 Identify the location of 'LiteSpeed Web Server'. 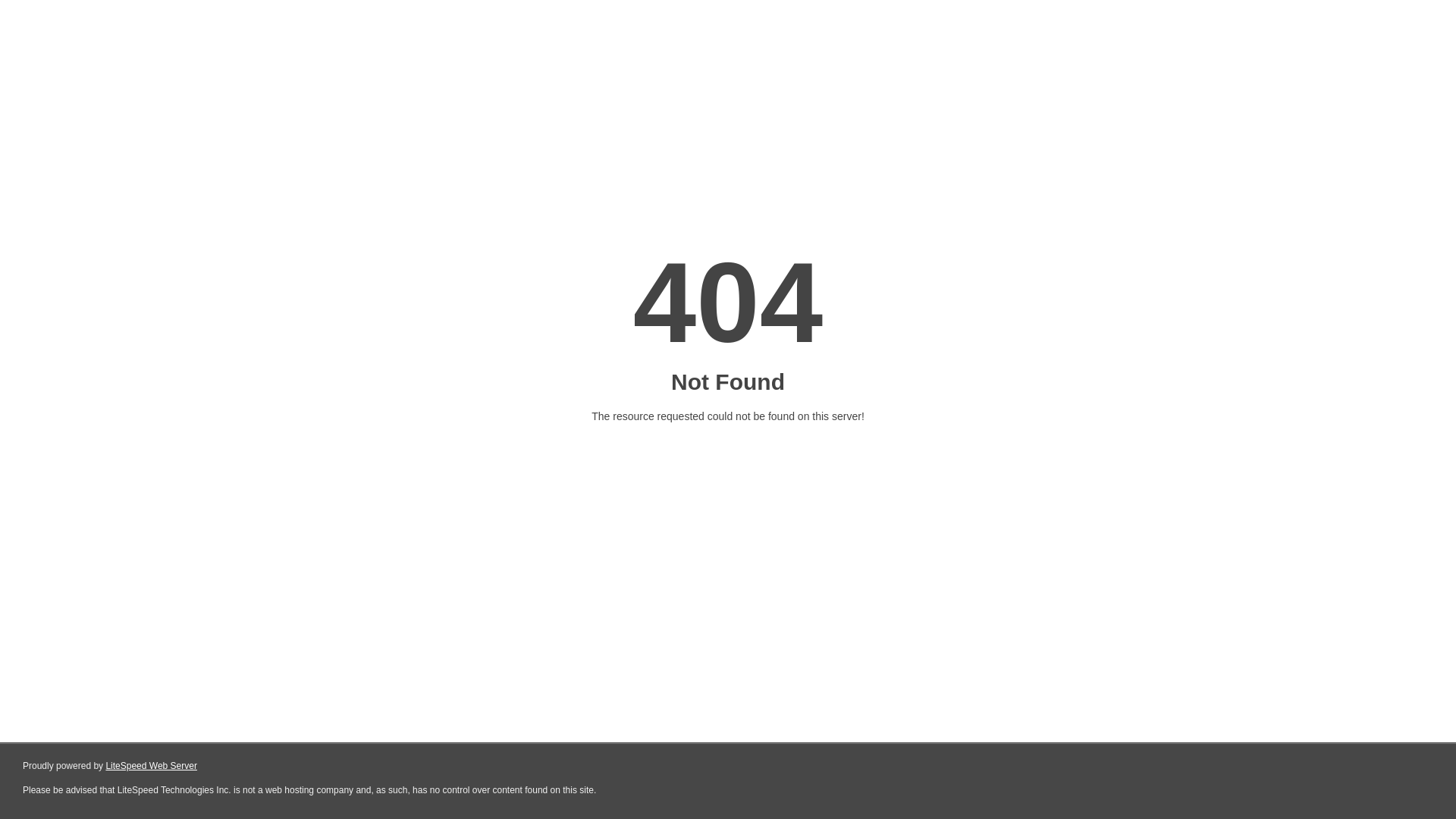
(151, 766).